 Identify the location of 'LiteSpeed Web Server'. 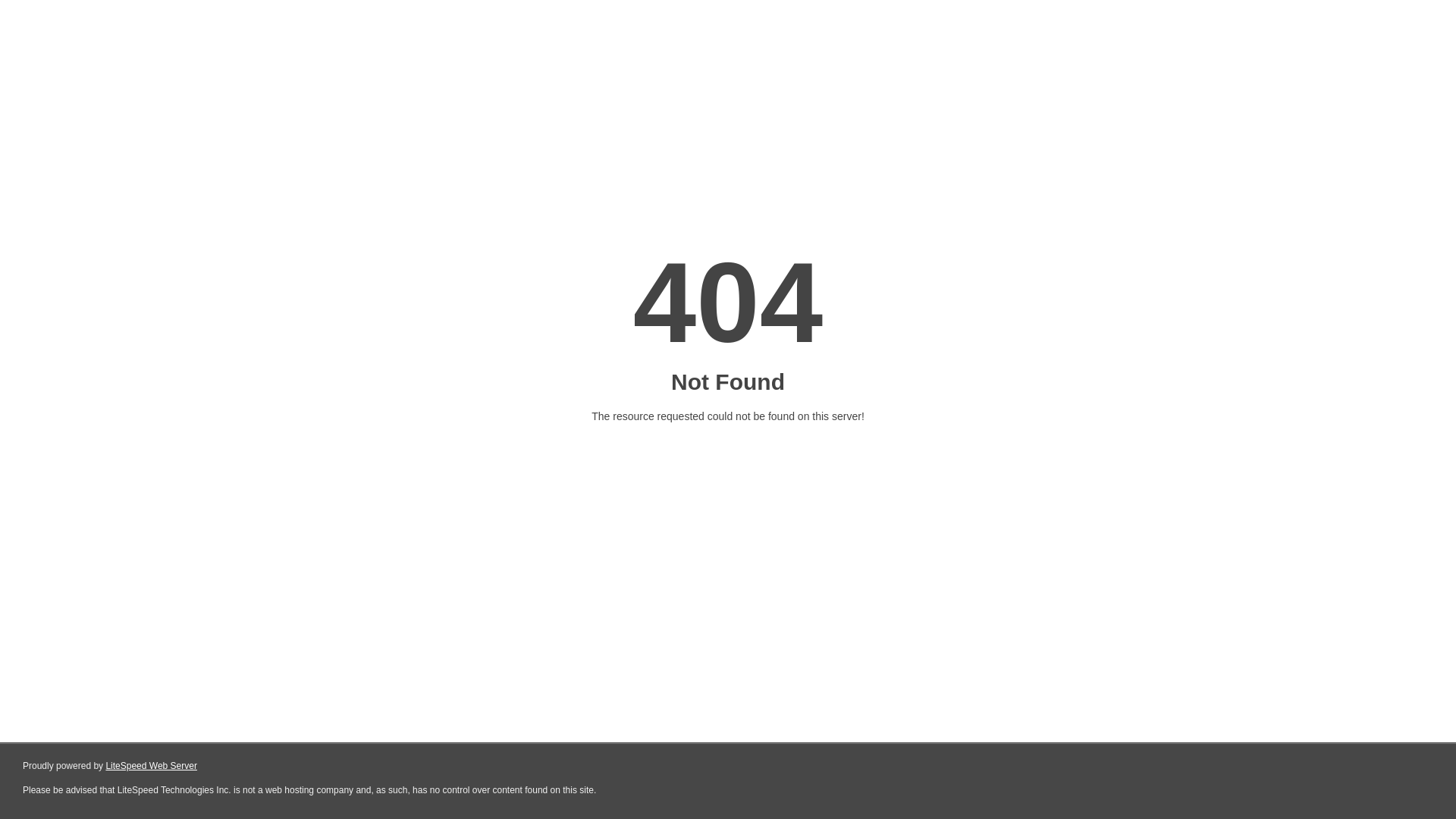
(151, 766).